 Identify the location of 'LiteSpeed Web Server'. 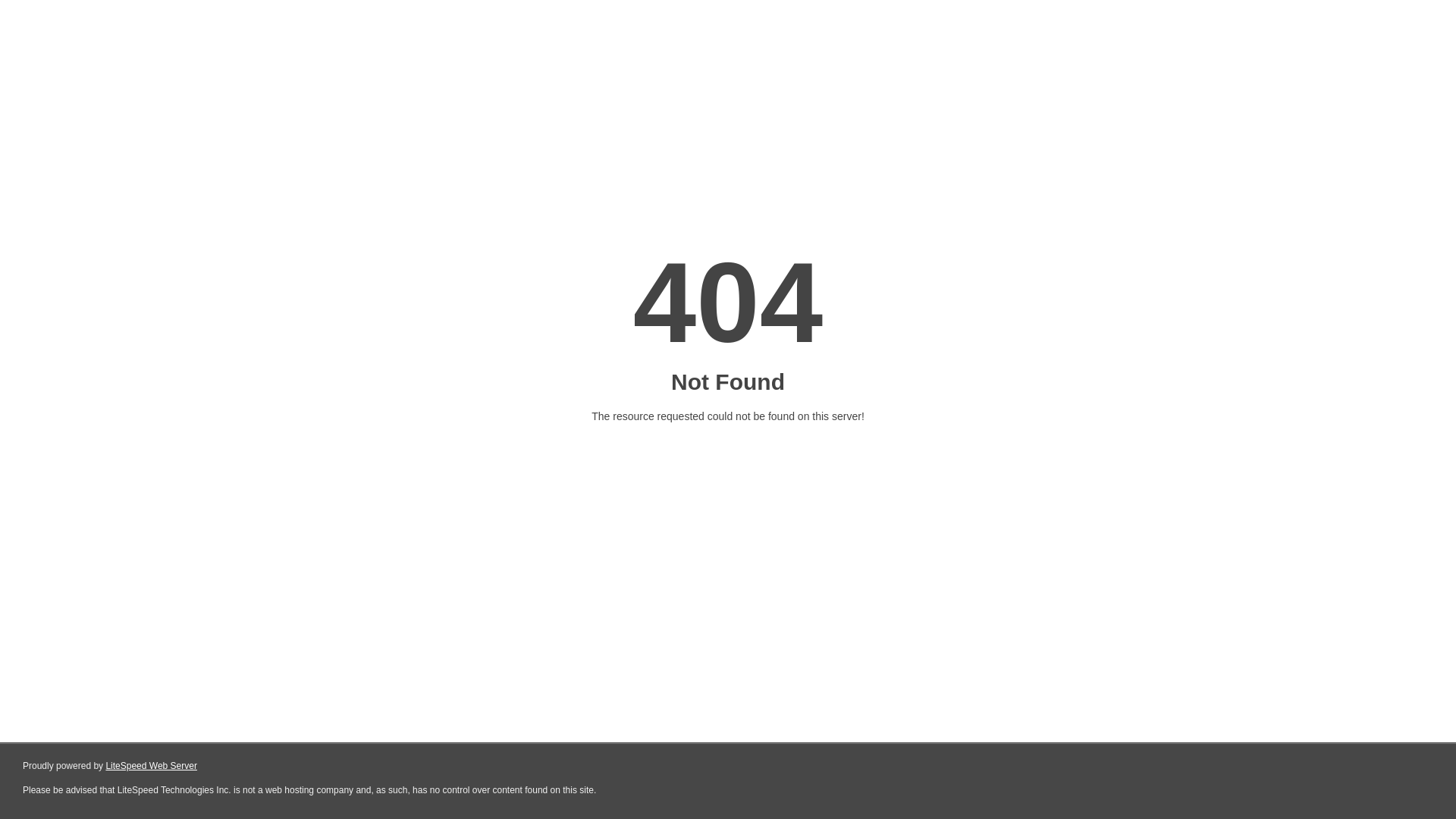
(151, 766).